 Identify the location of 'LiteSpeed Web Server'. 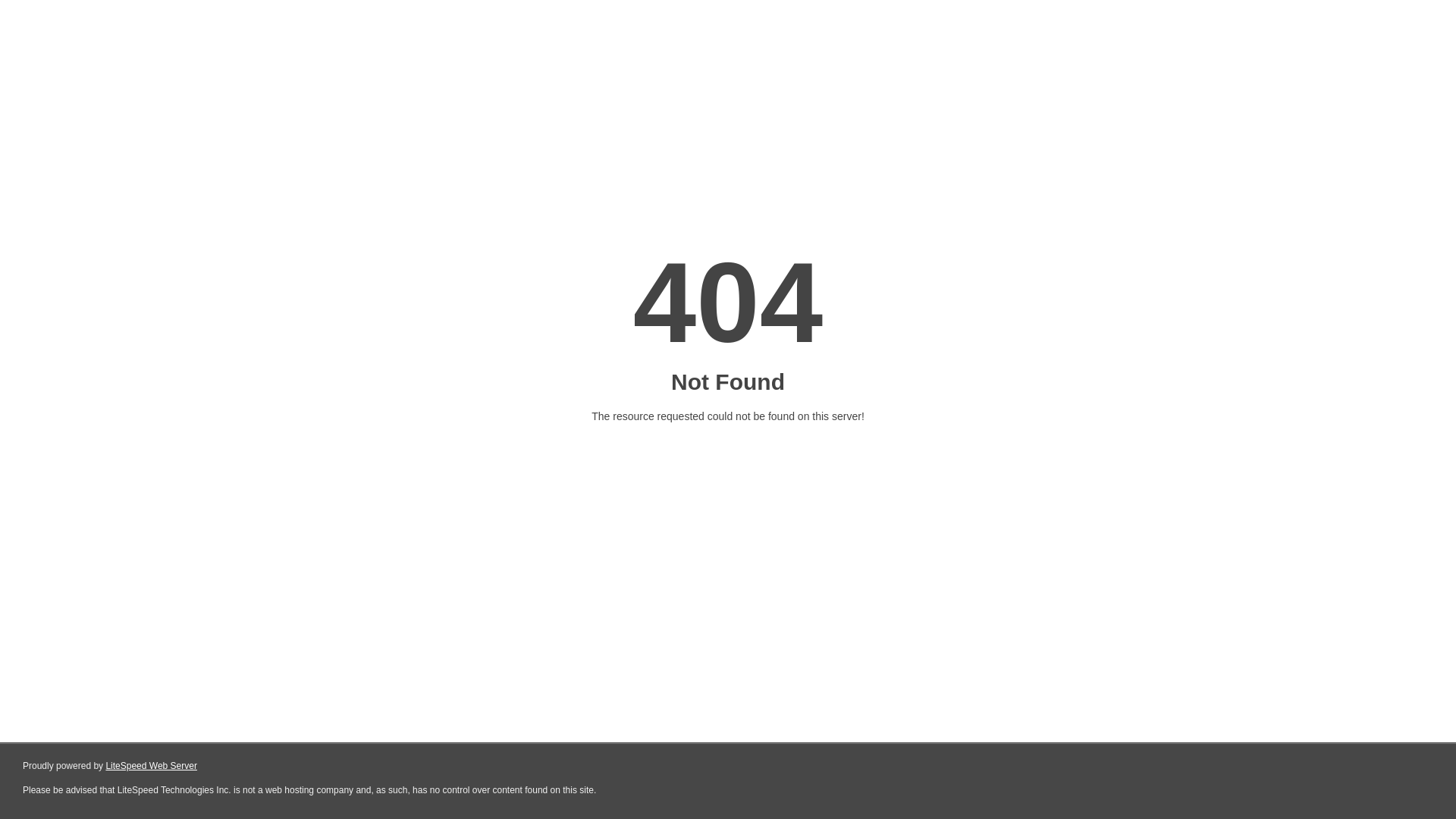
(151, 766).